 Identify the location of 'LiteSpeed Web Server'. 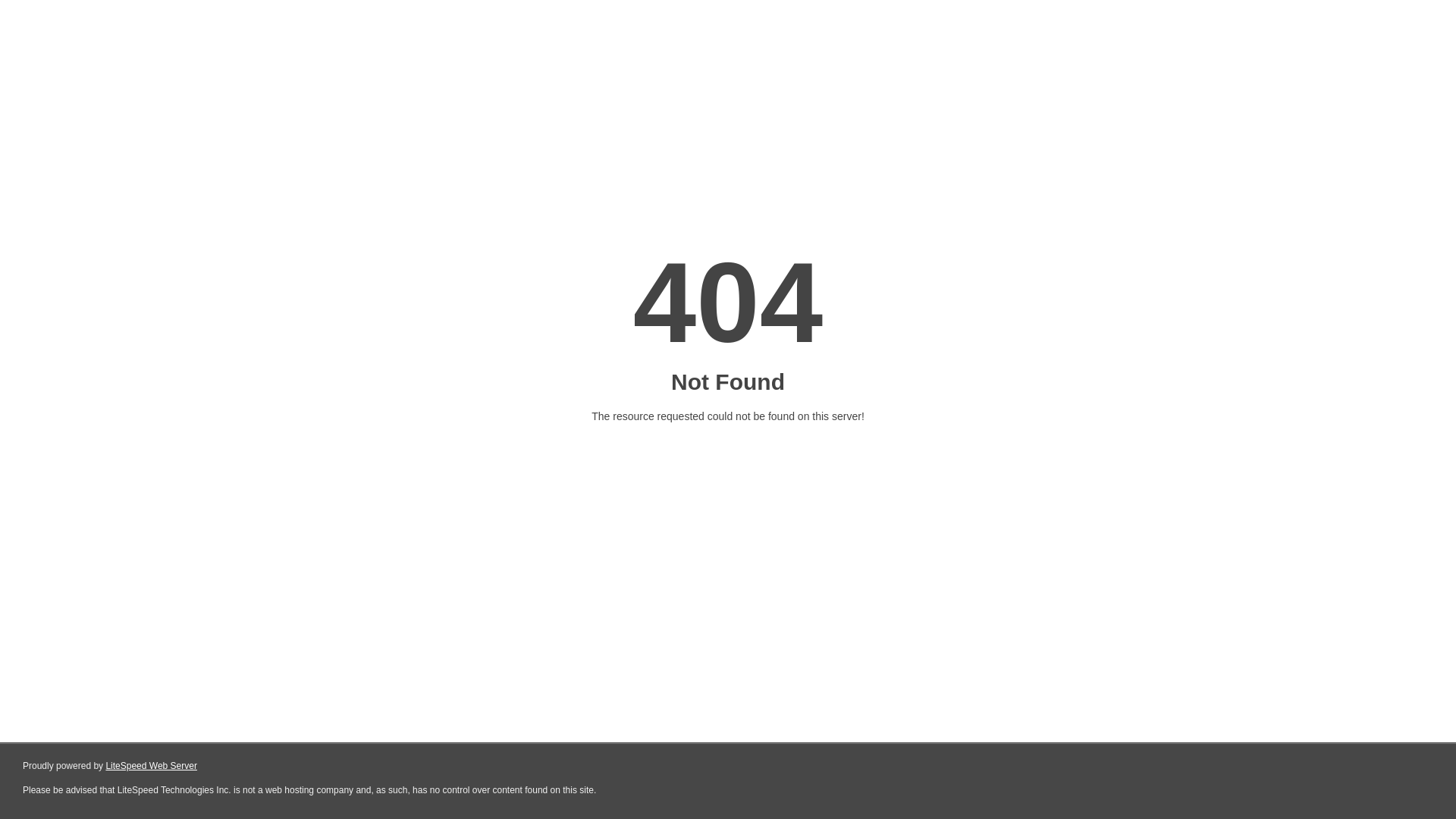
(151, 766).